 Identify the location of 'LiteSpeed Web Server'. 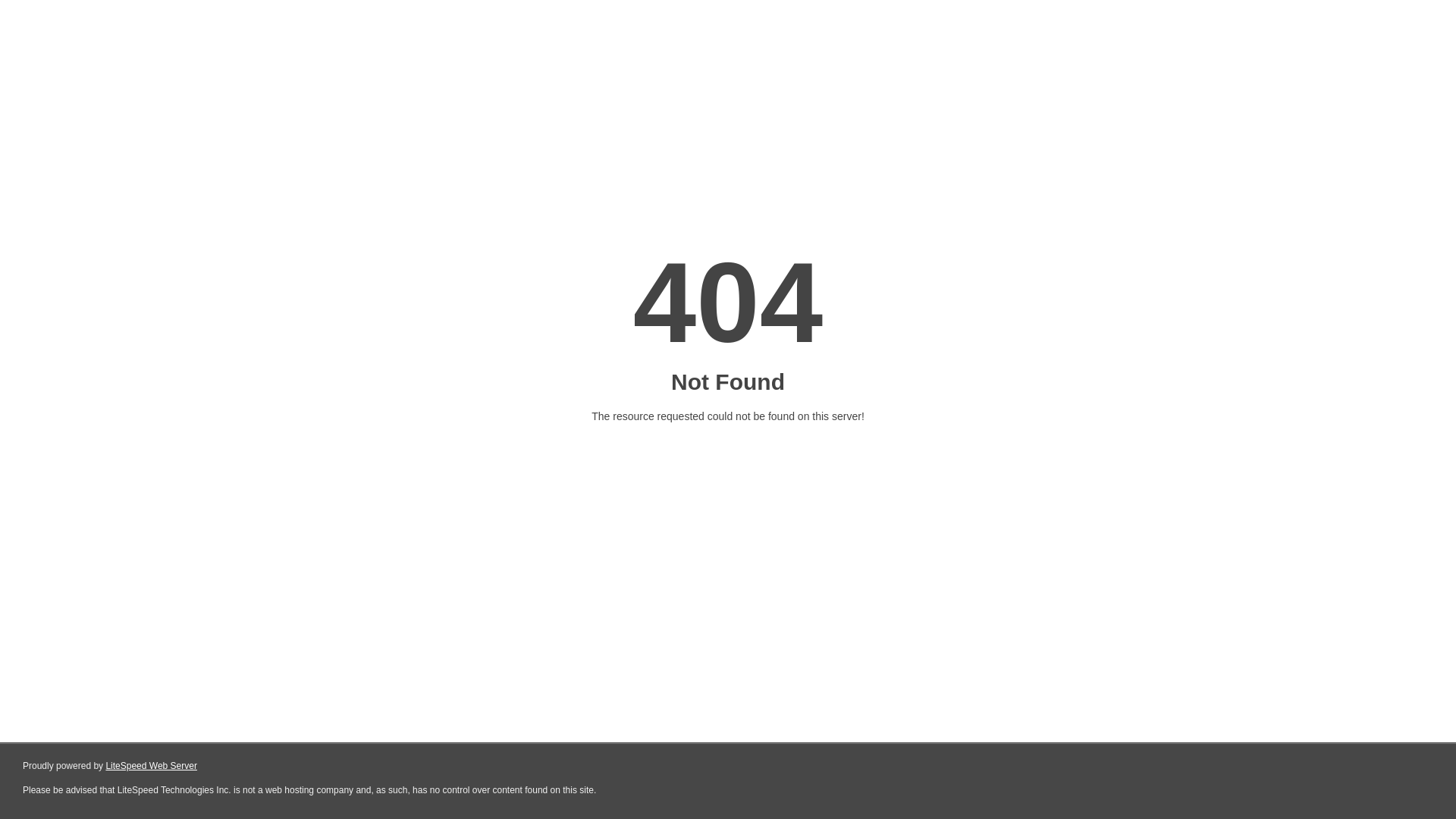
(151, 766).